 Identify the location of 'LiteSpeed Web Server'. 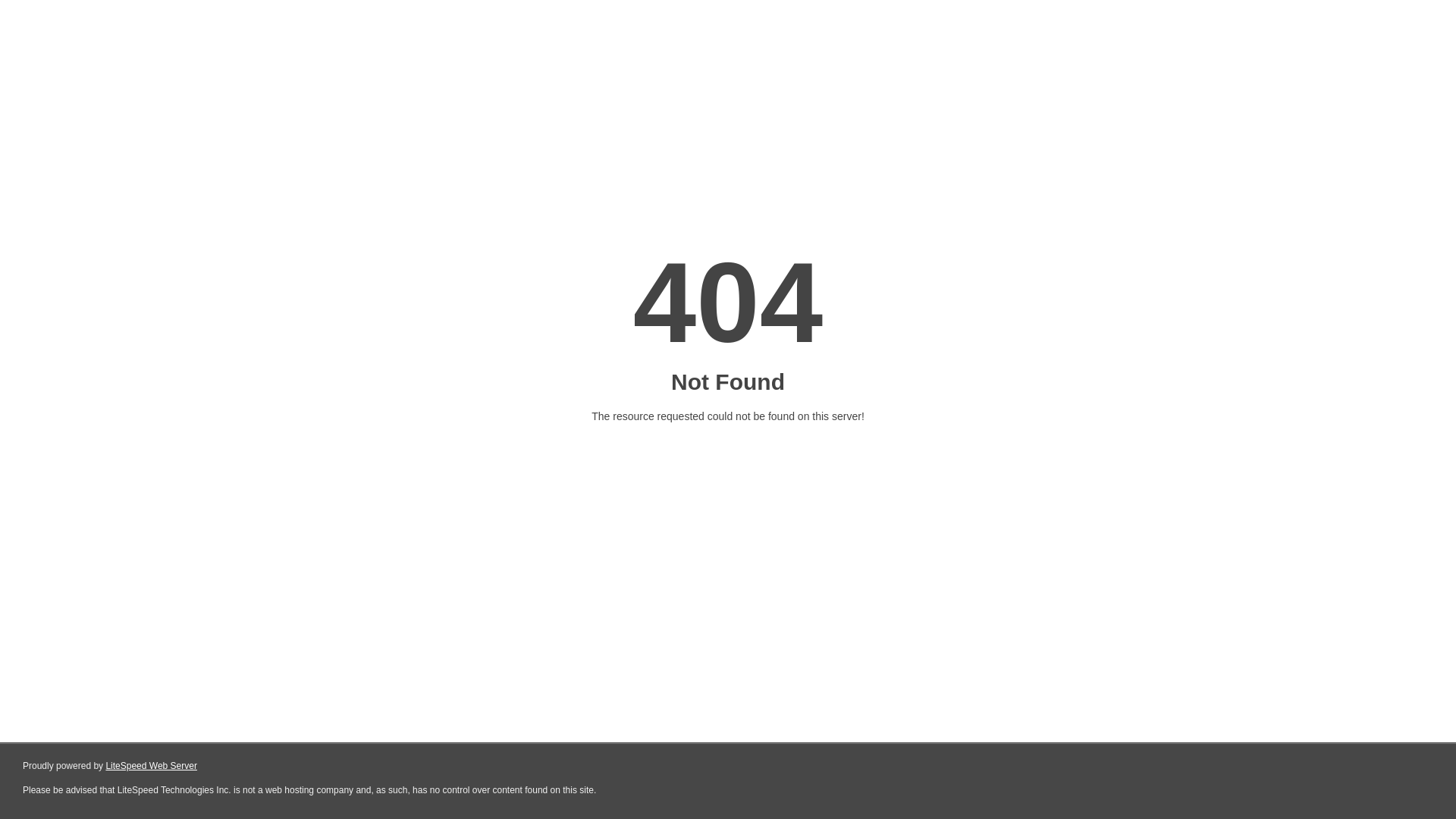
(151, 766).